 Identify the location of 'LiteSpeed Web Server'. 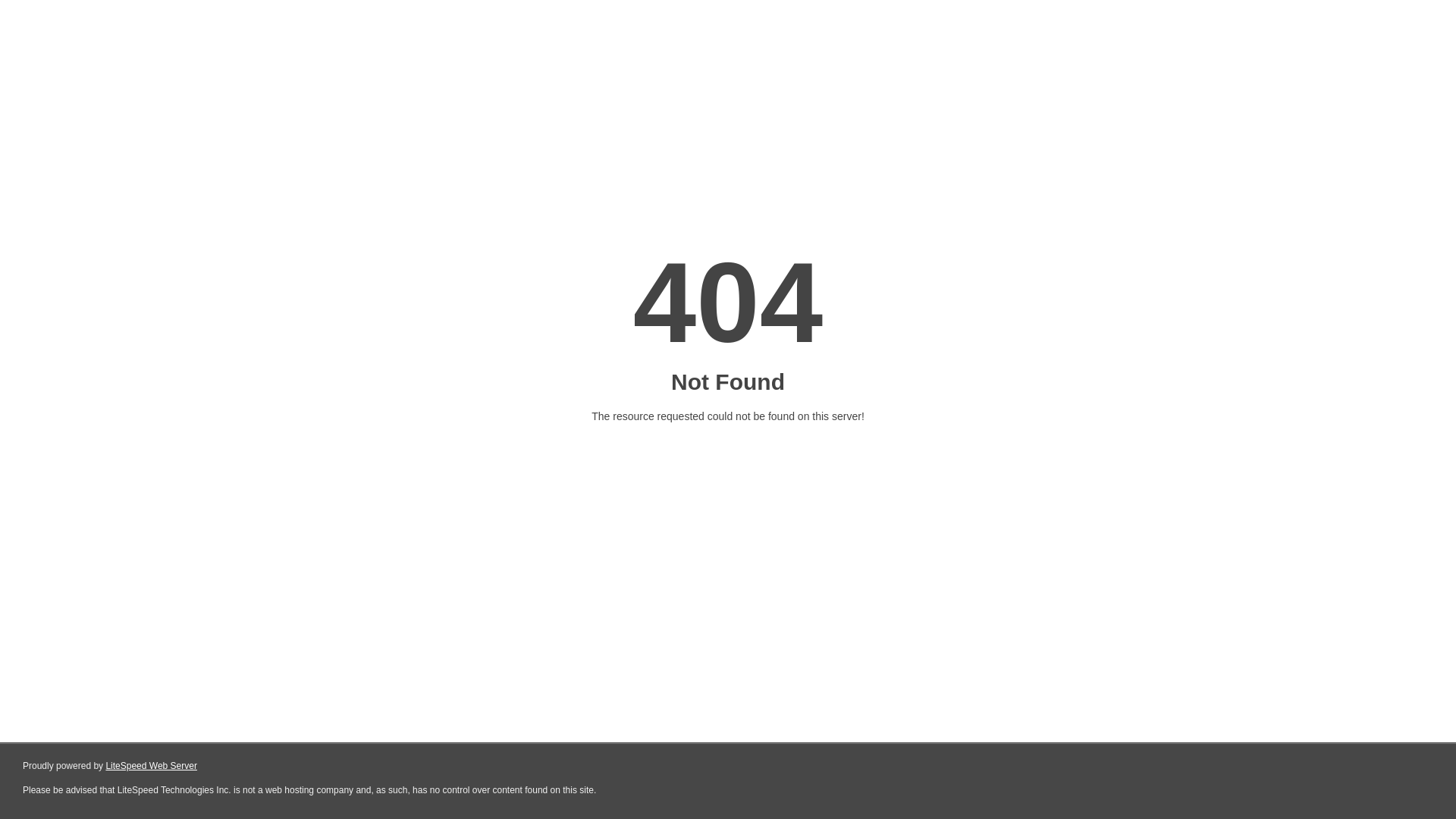
(151, 766).